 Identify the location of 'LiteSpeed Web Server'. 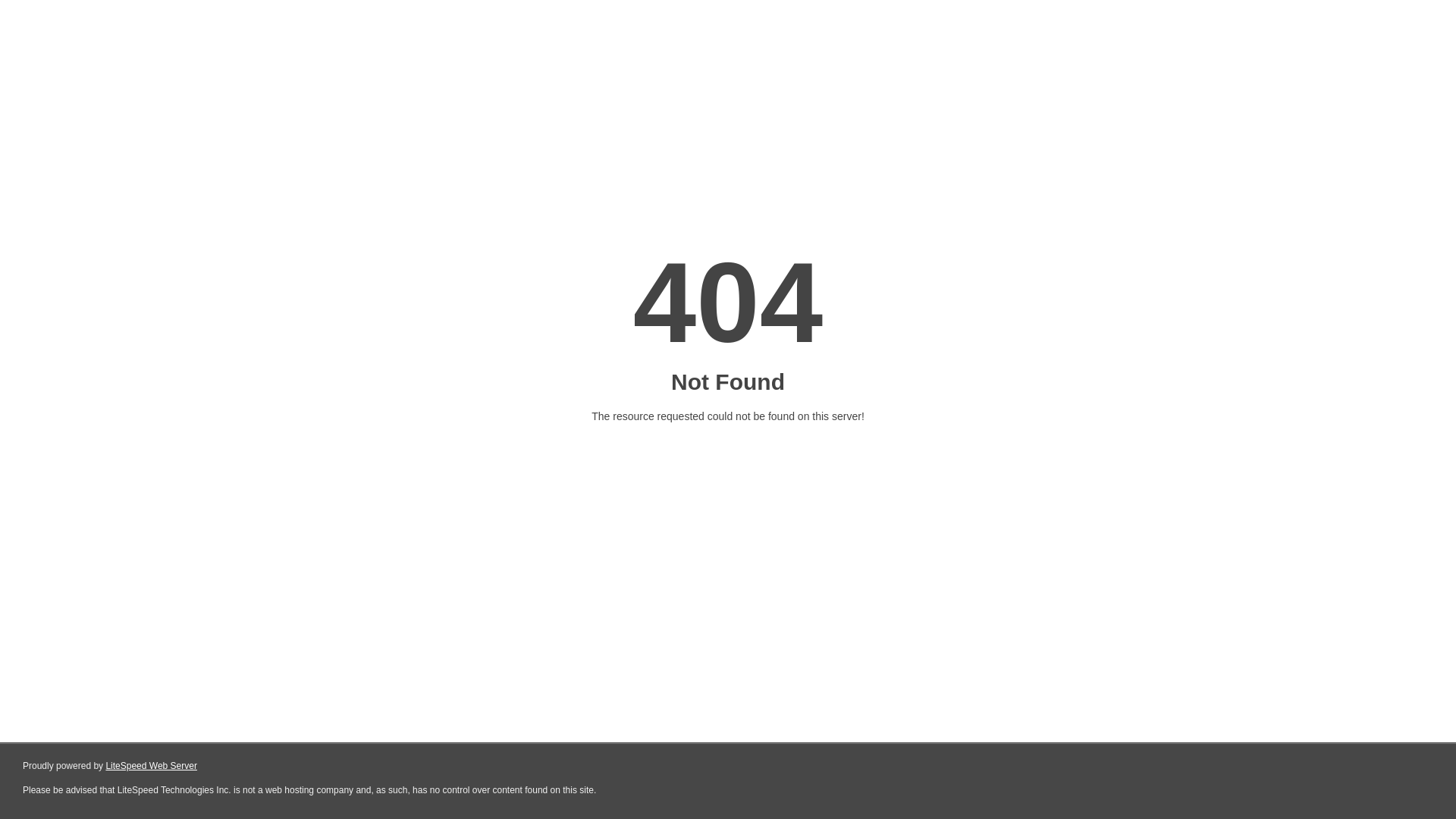
(151, 766).